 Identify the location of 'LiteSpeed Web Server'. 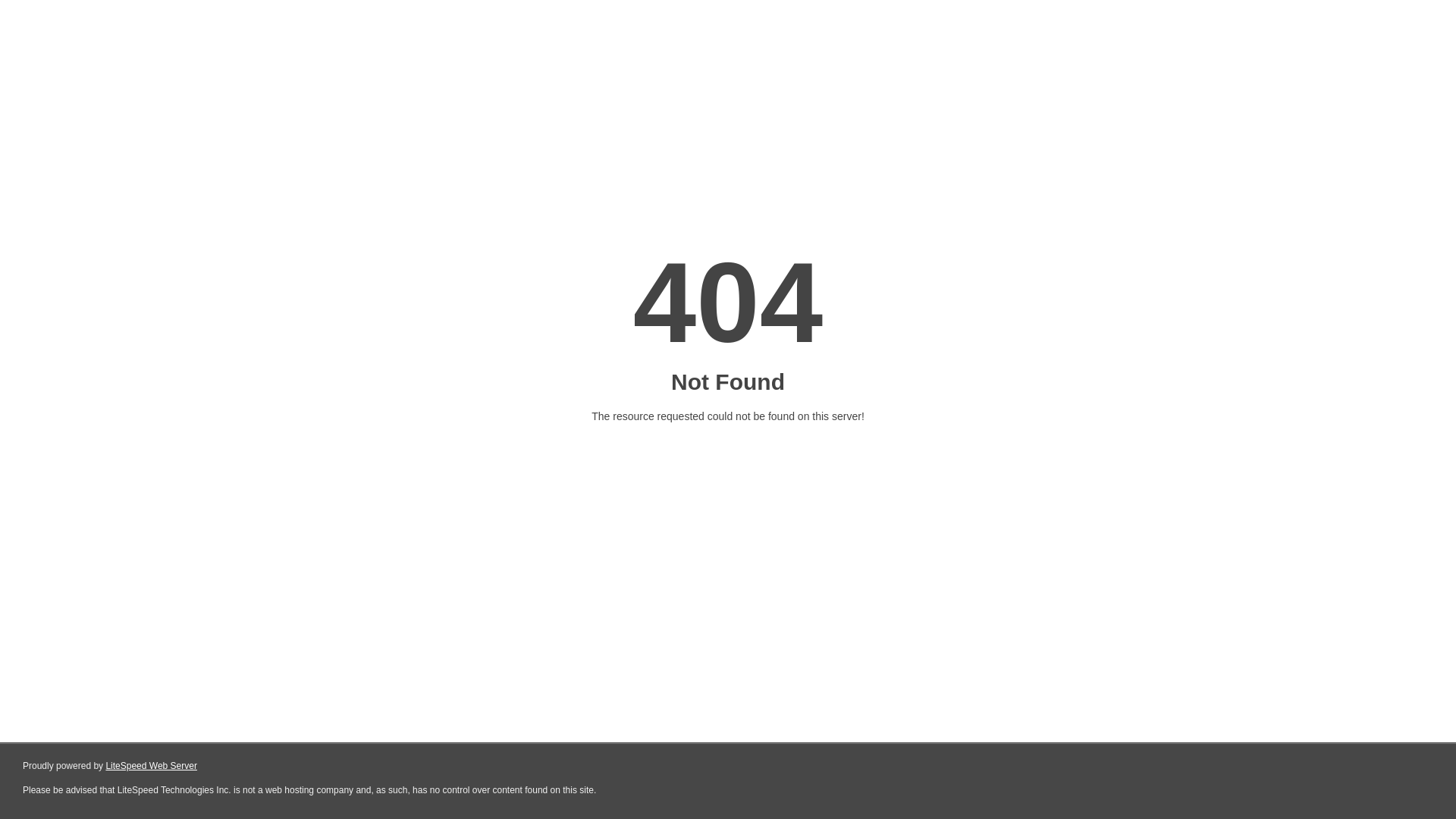
(151, 766).